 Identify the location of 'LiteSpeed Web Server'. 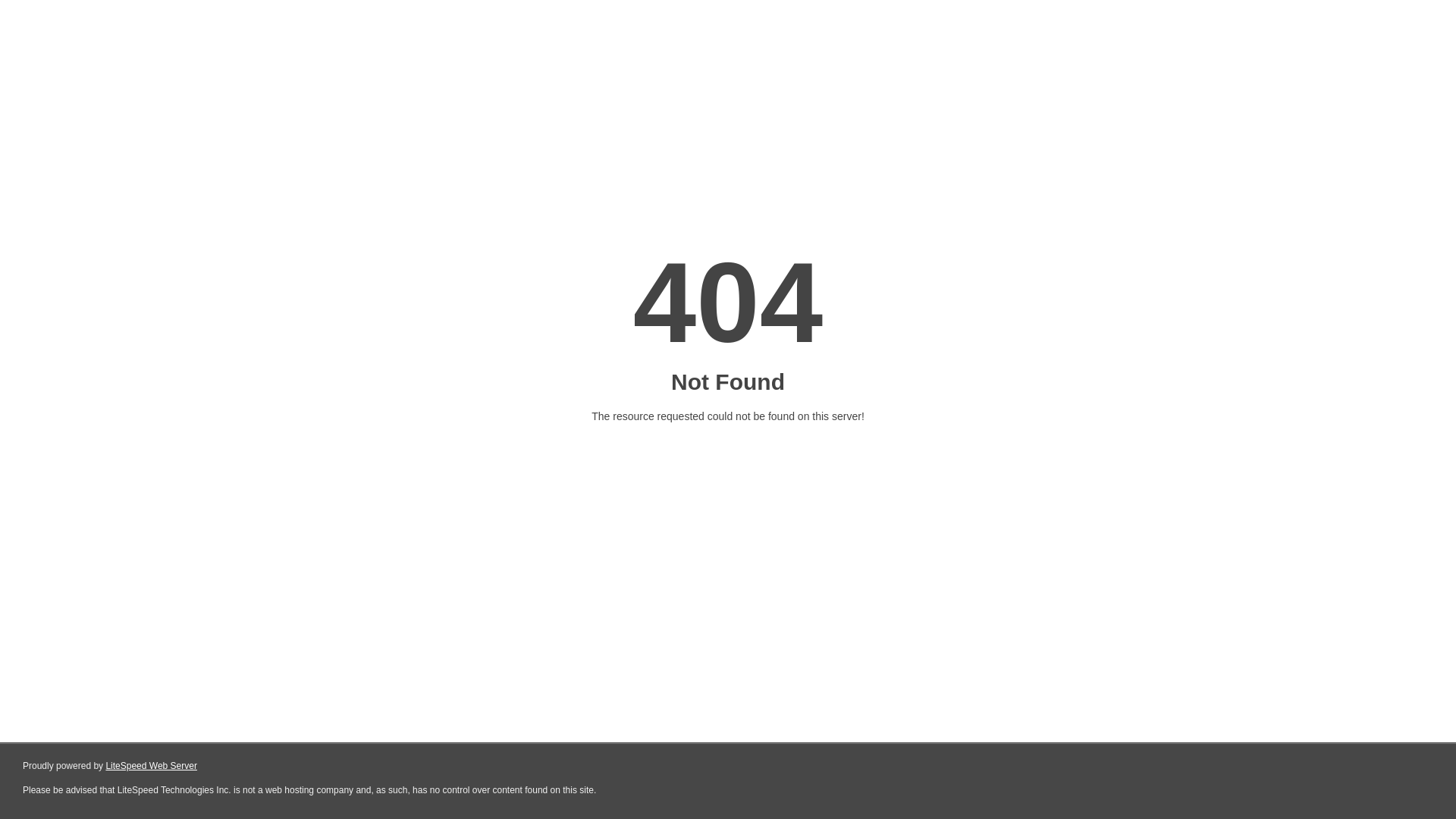
(151, 766).